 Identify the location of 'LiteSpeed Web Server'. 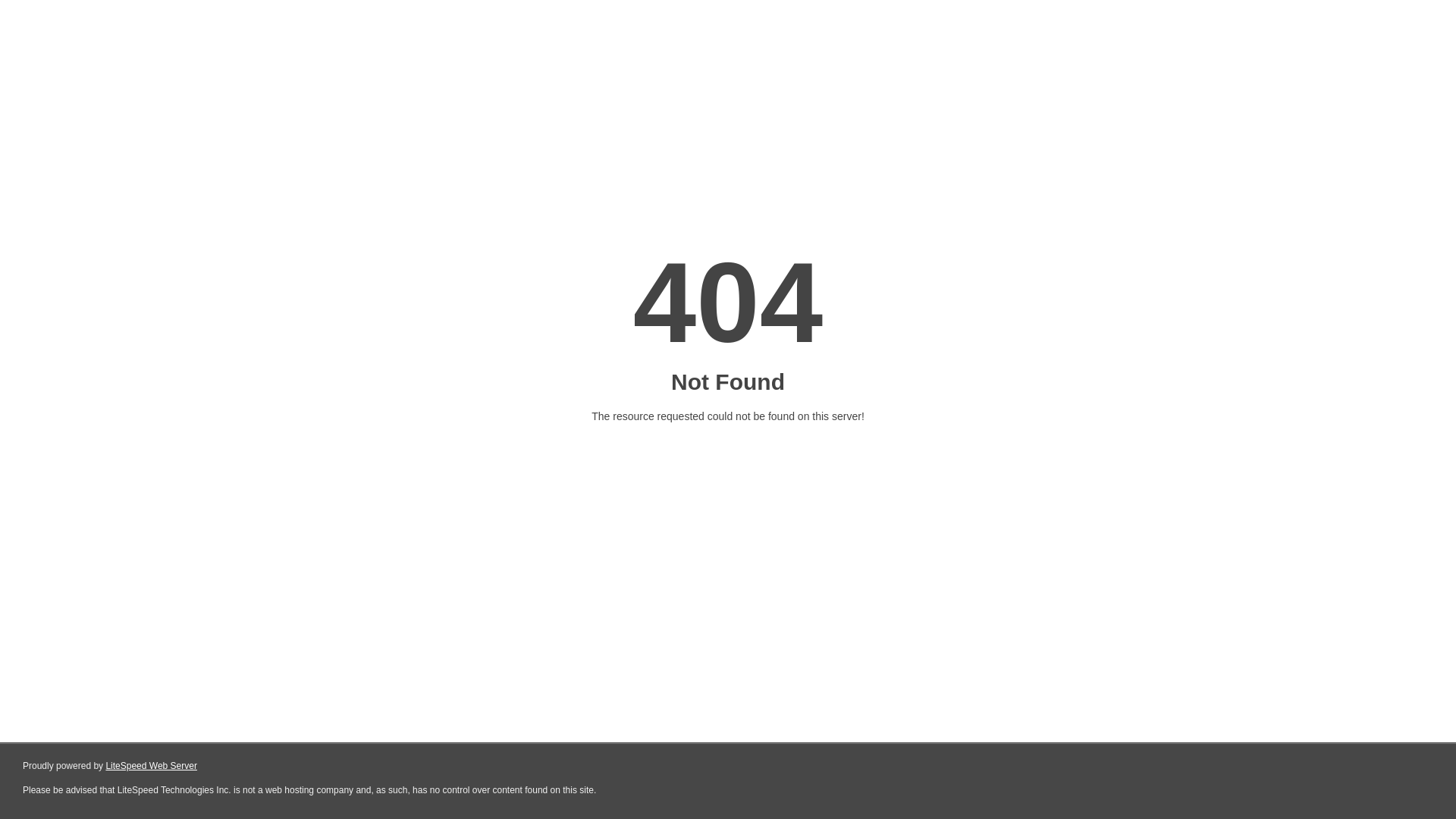
(151, 766).